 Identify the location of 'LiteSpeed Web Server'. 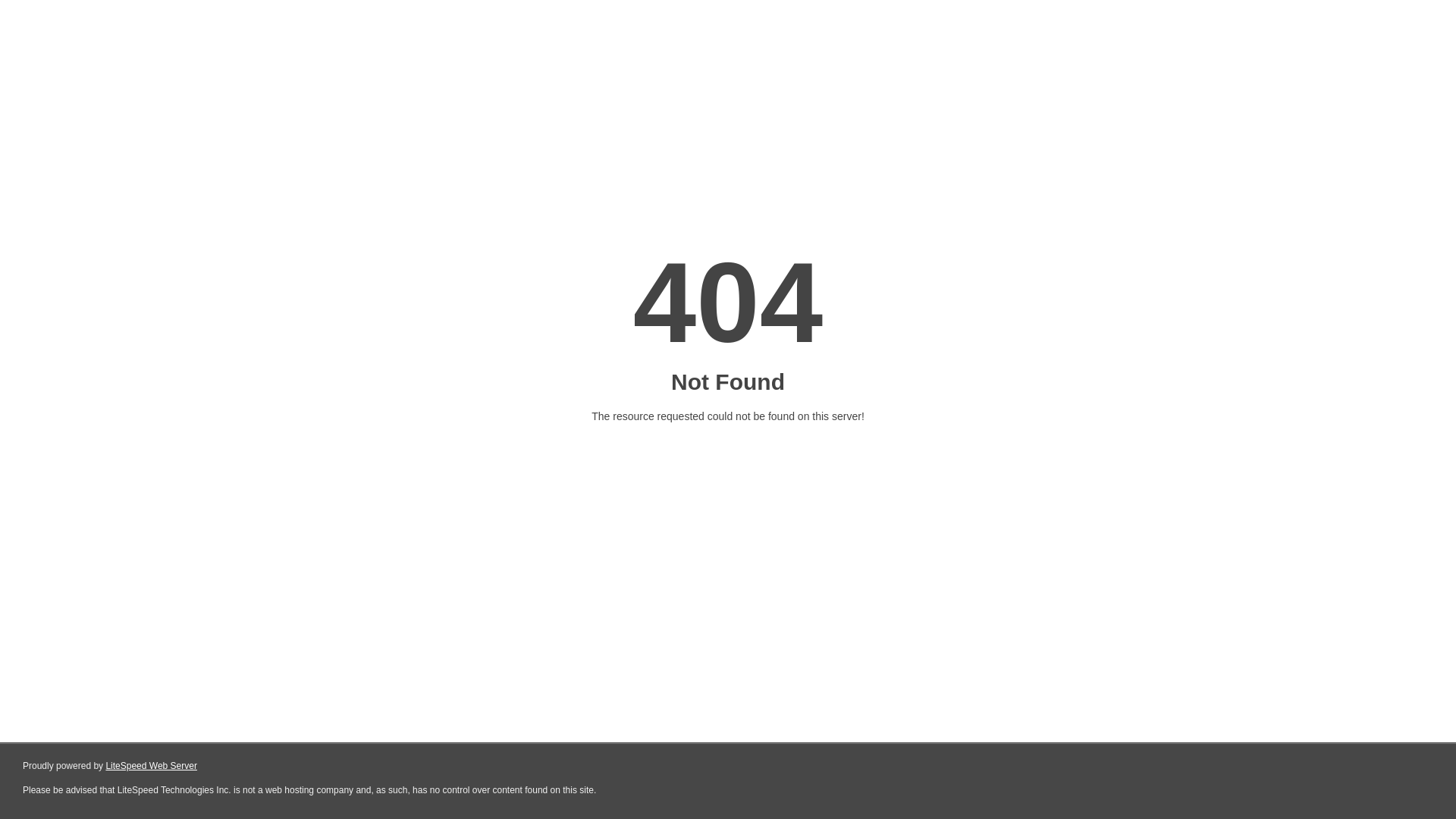
(151, 766).